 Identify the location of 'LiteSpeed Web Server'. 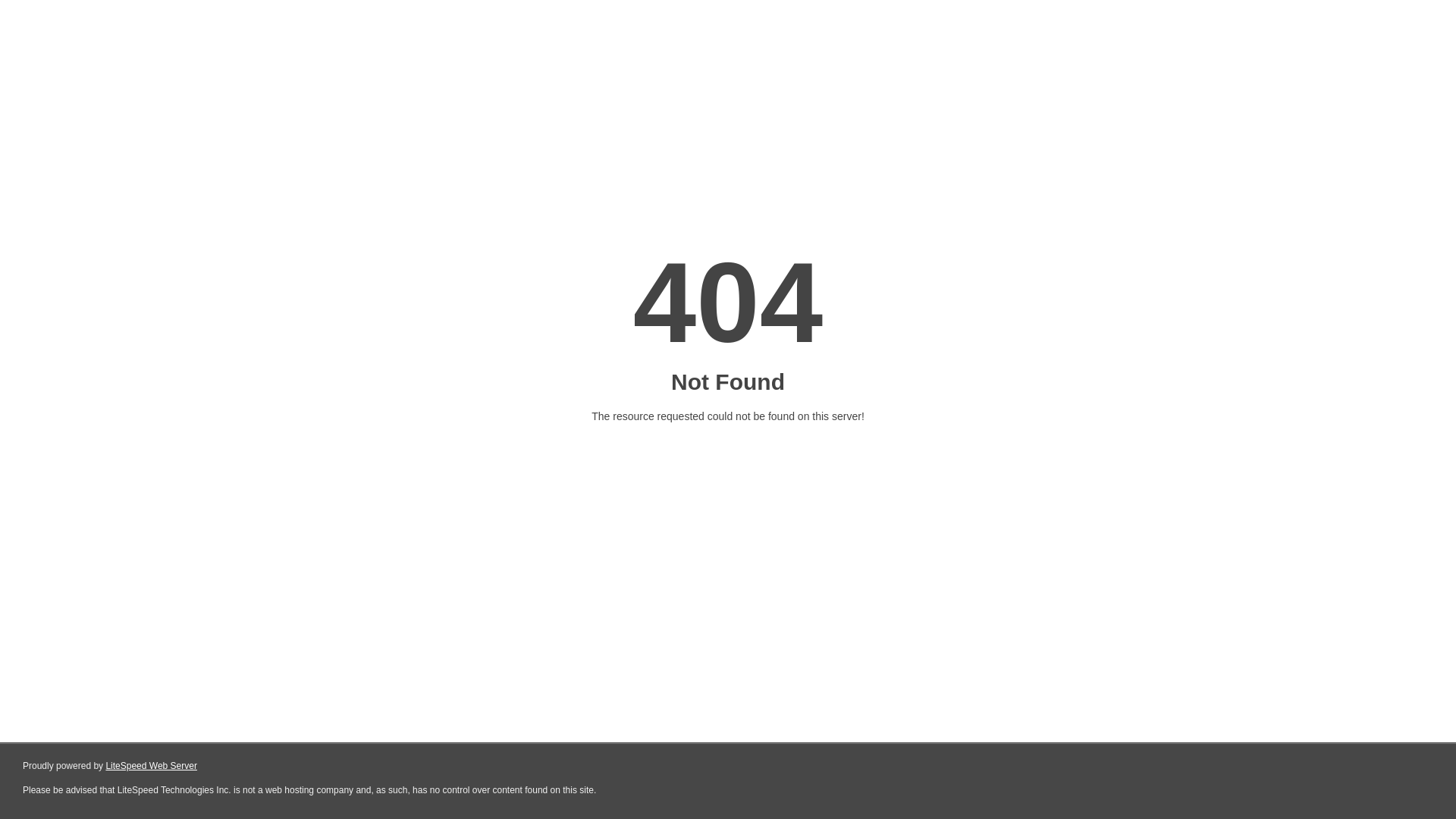
(151, 766).